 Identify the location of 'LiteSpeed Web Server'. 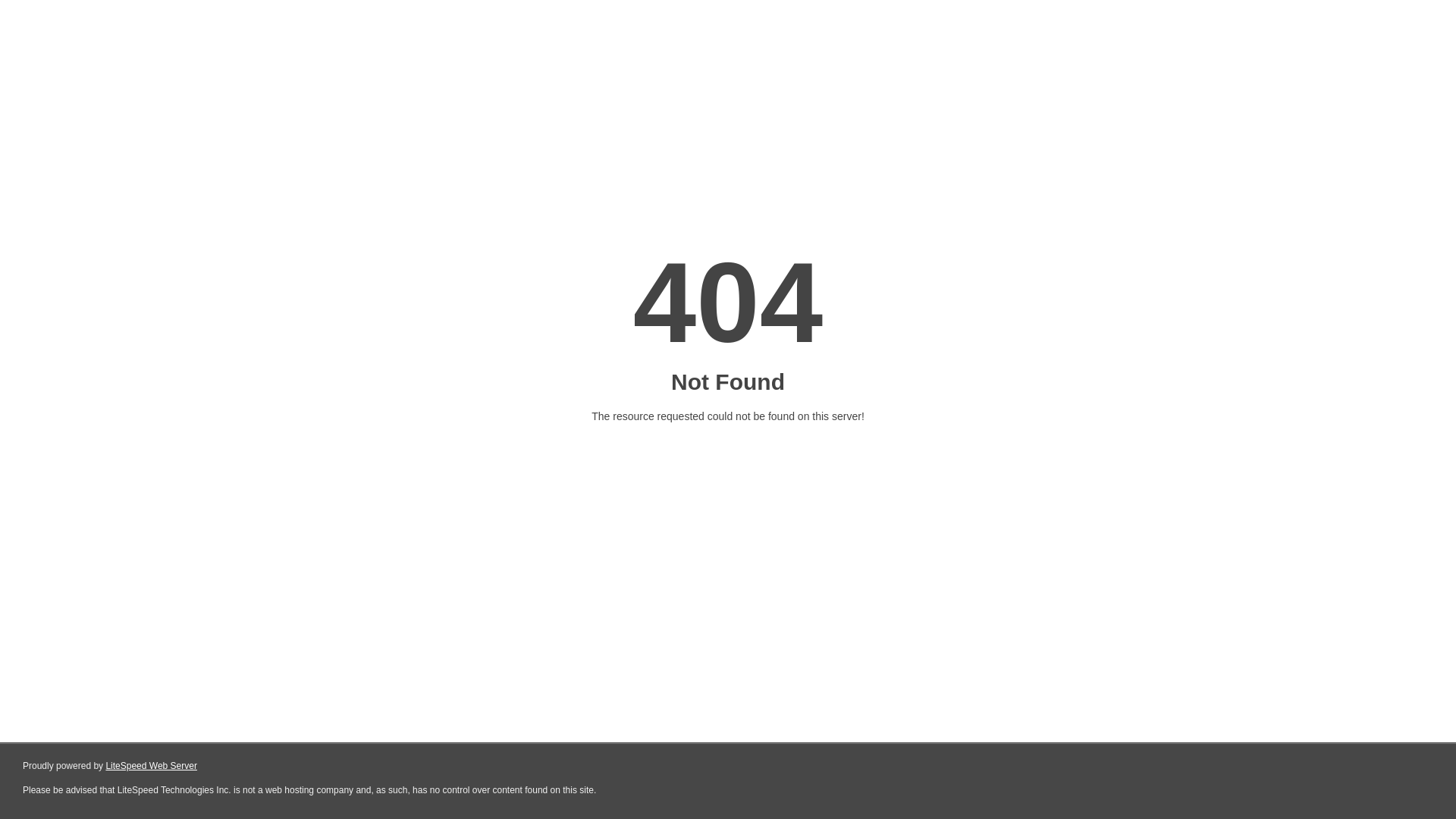
(151, 766).